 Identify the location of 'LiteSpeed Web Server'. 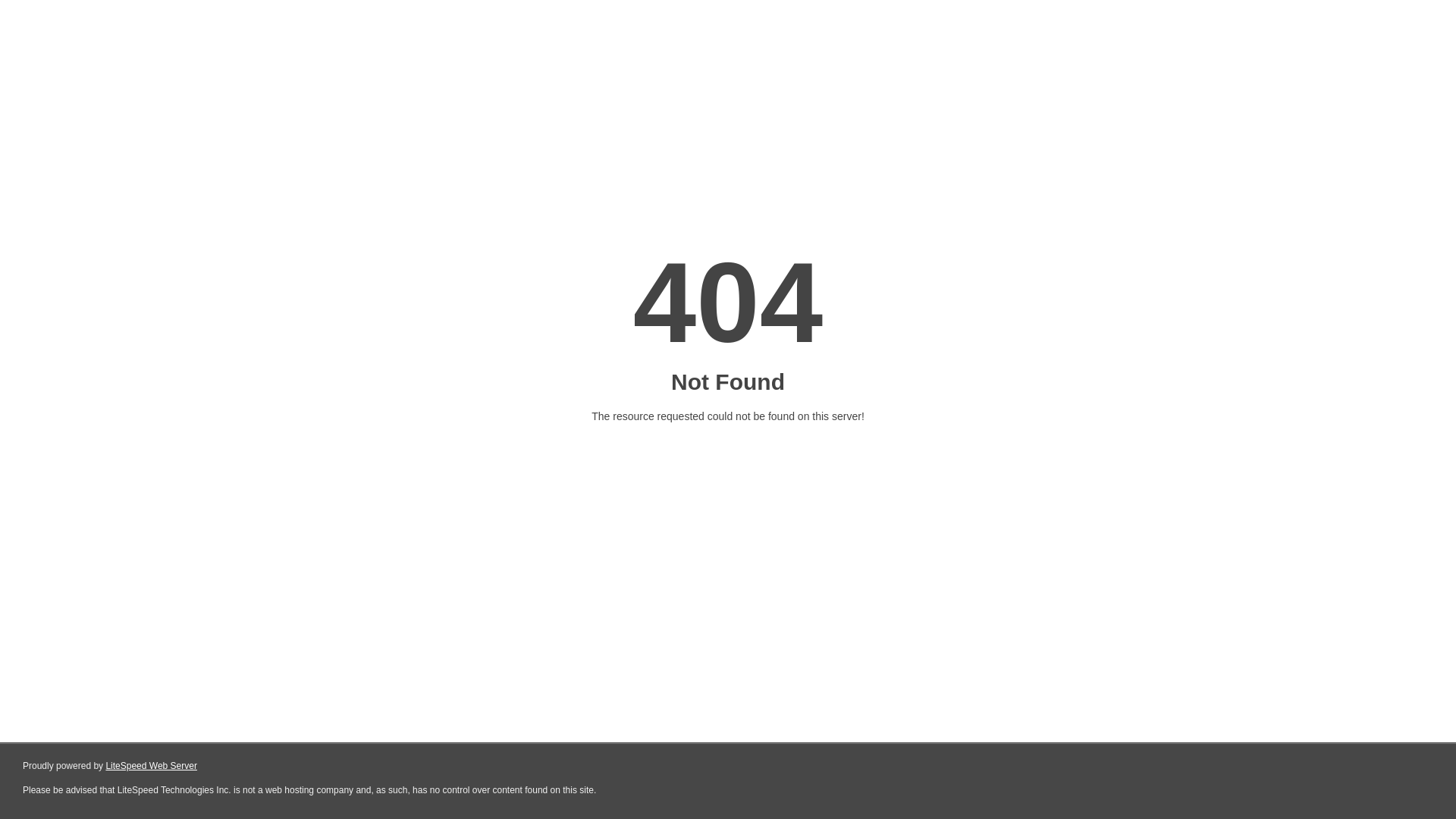
(151, 766).